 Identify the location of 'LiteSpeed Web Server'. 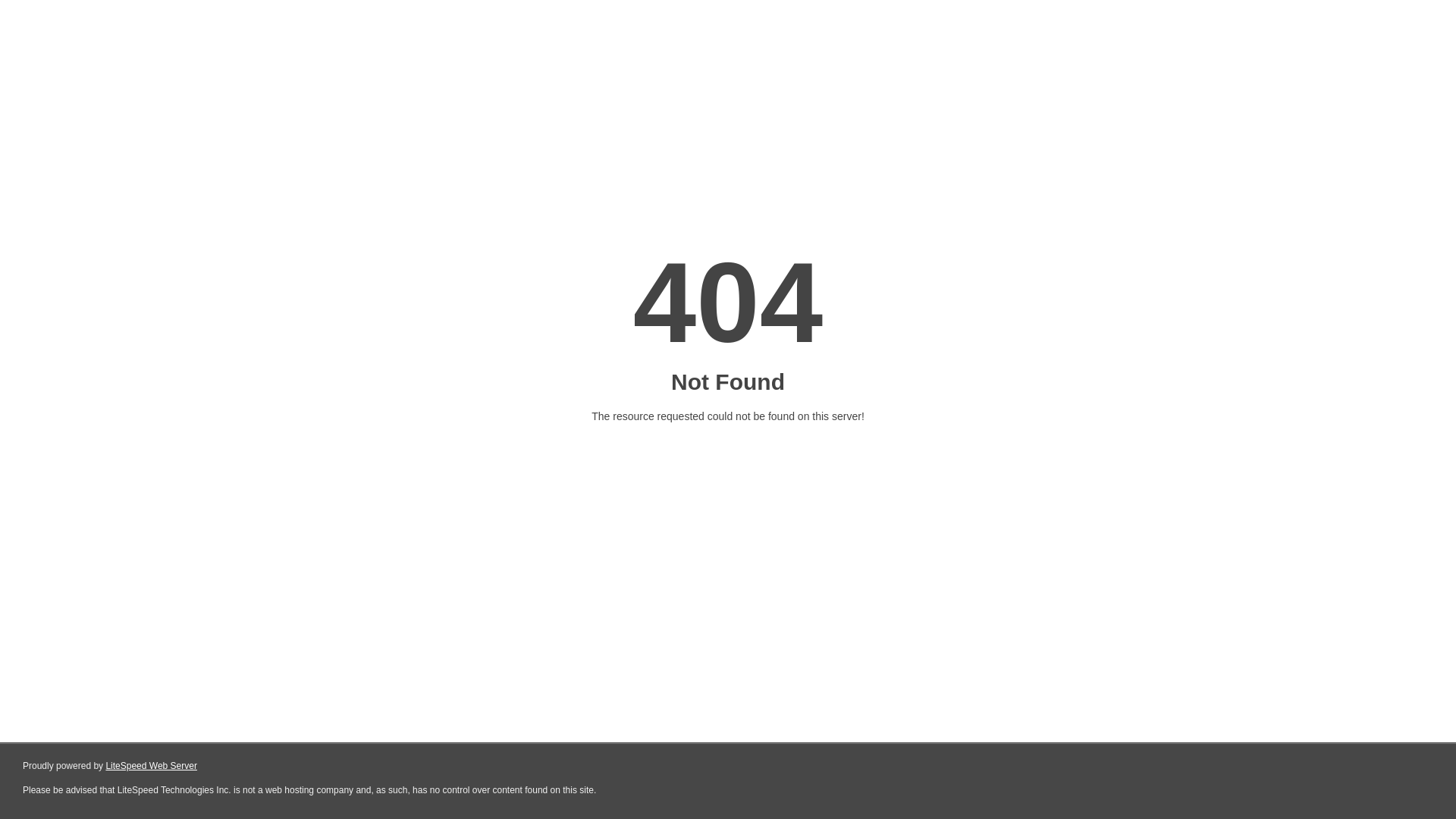
(151, 766).